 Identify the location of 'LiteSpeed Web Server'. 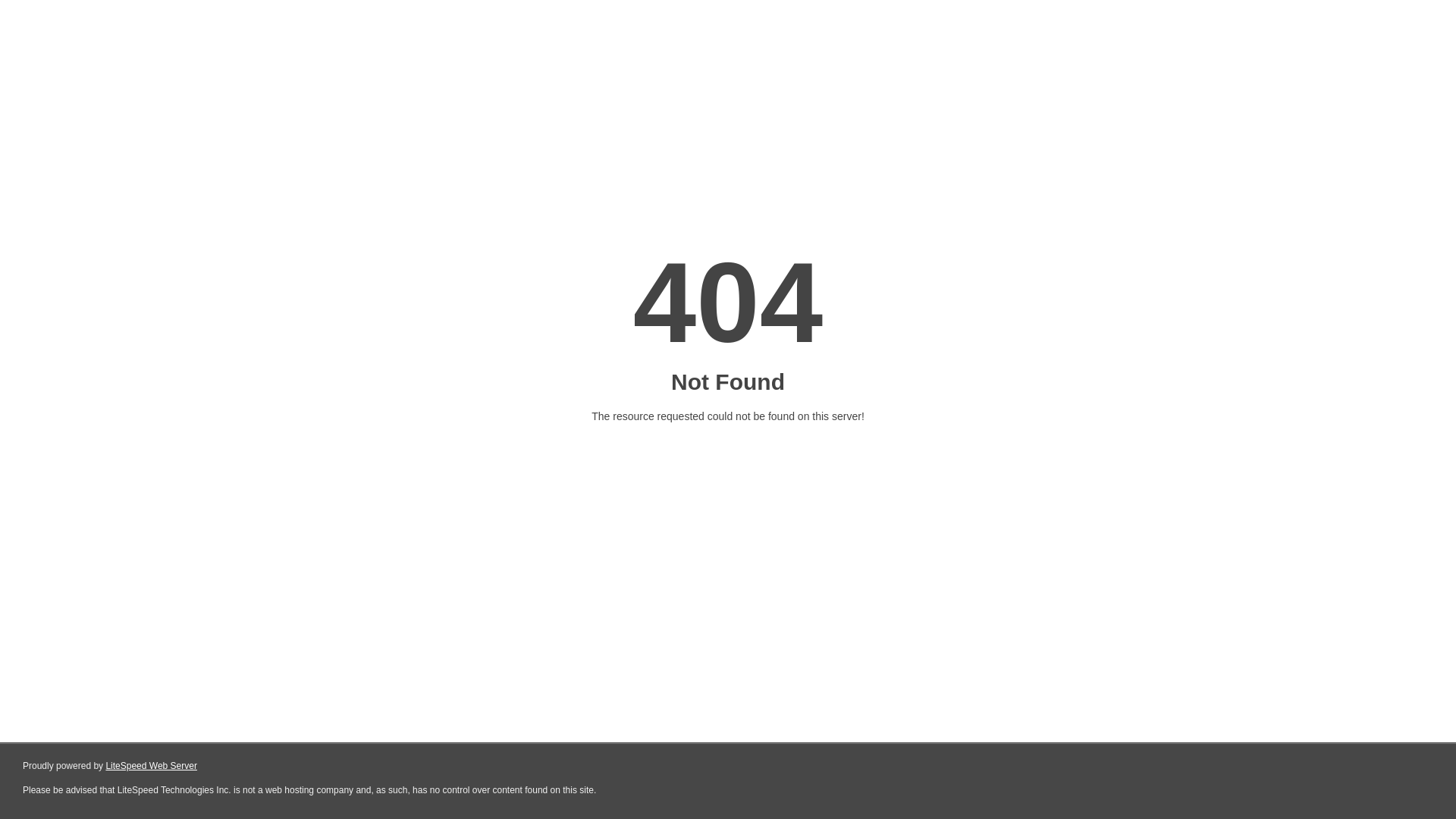
(151, 766).